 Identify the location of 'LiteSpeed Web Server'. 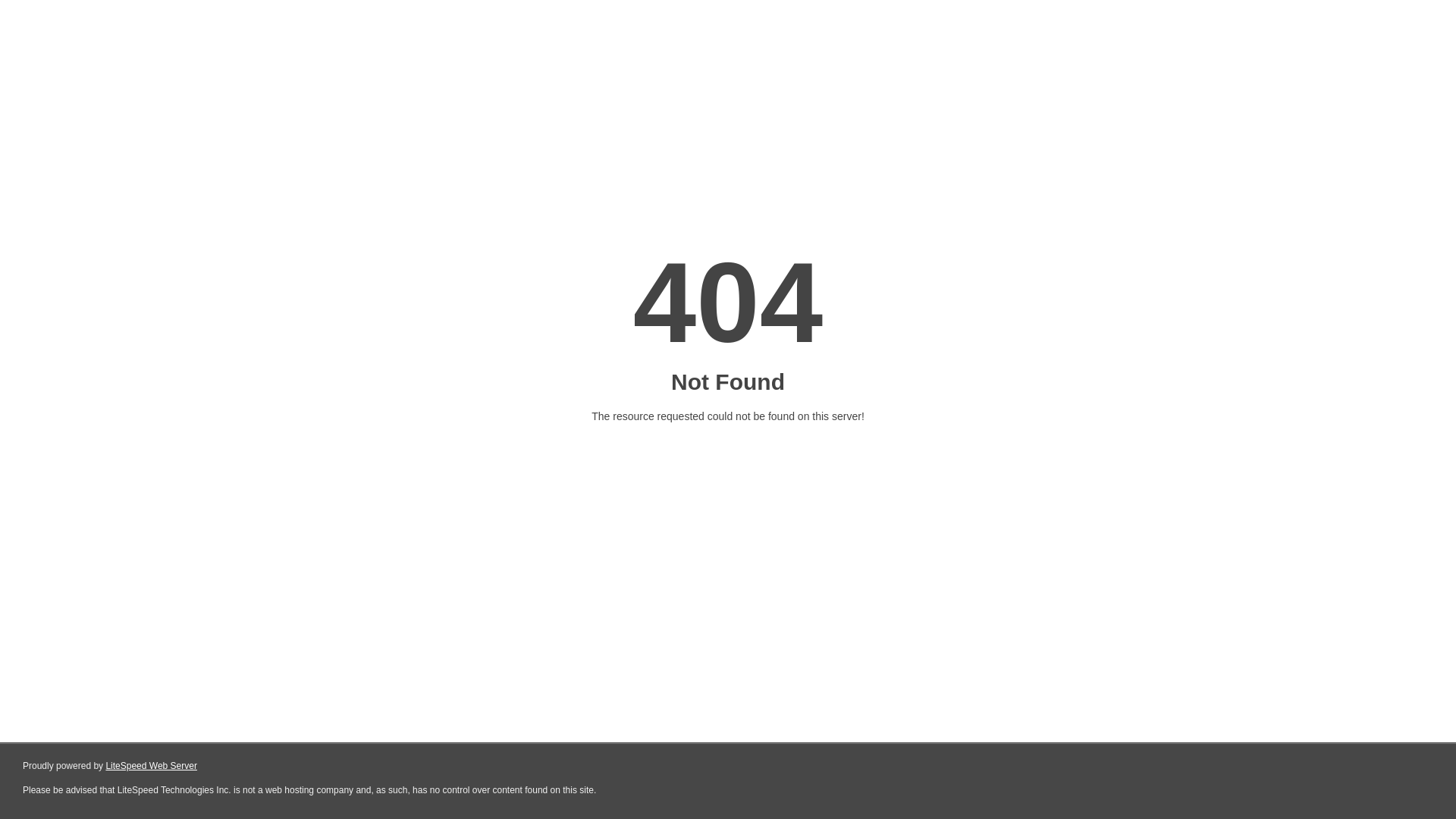
(151, 766).